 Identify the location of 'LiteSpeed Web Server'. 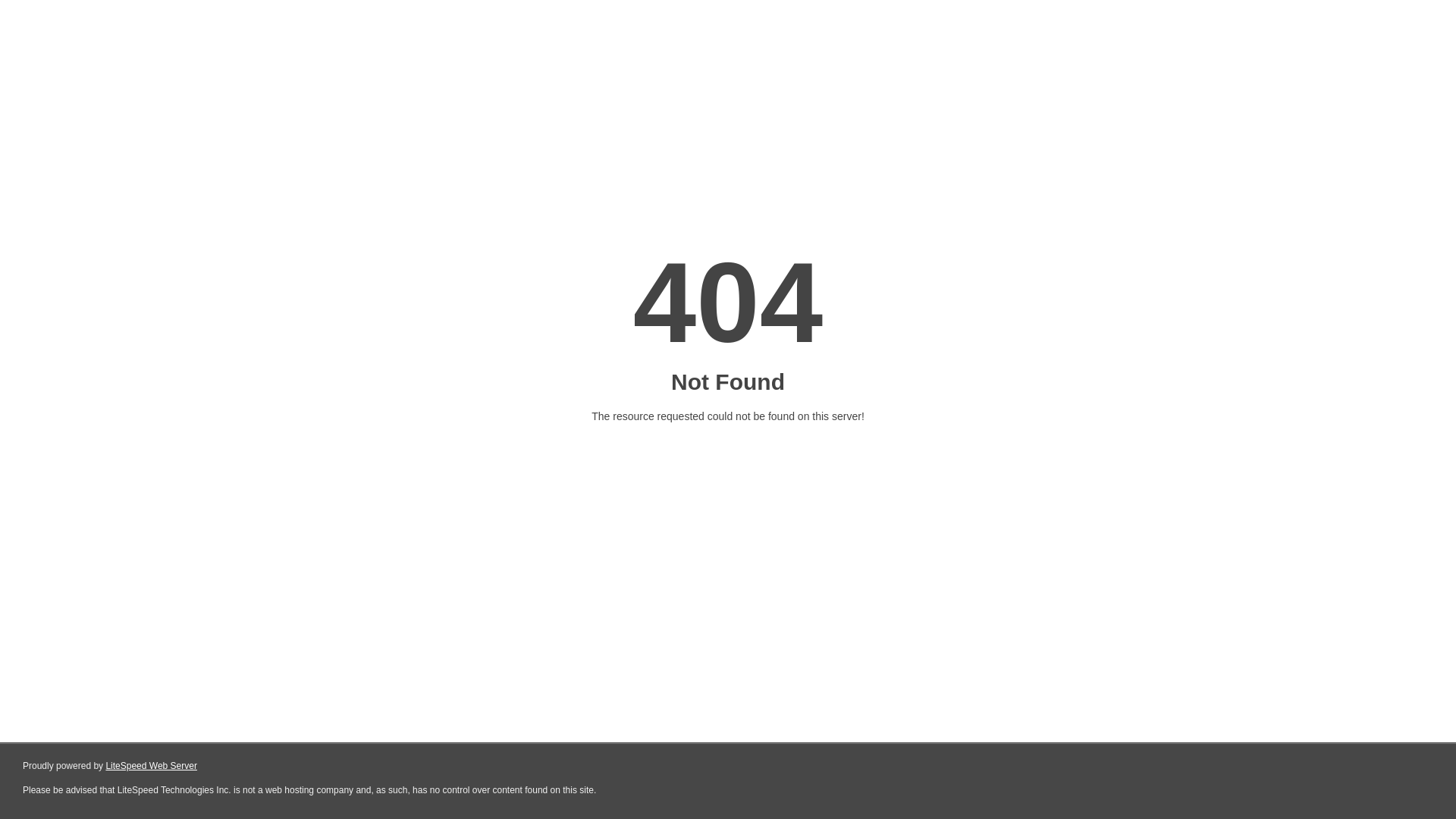
(151, 766).